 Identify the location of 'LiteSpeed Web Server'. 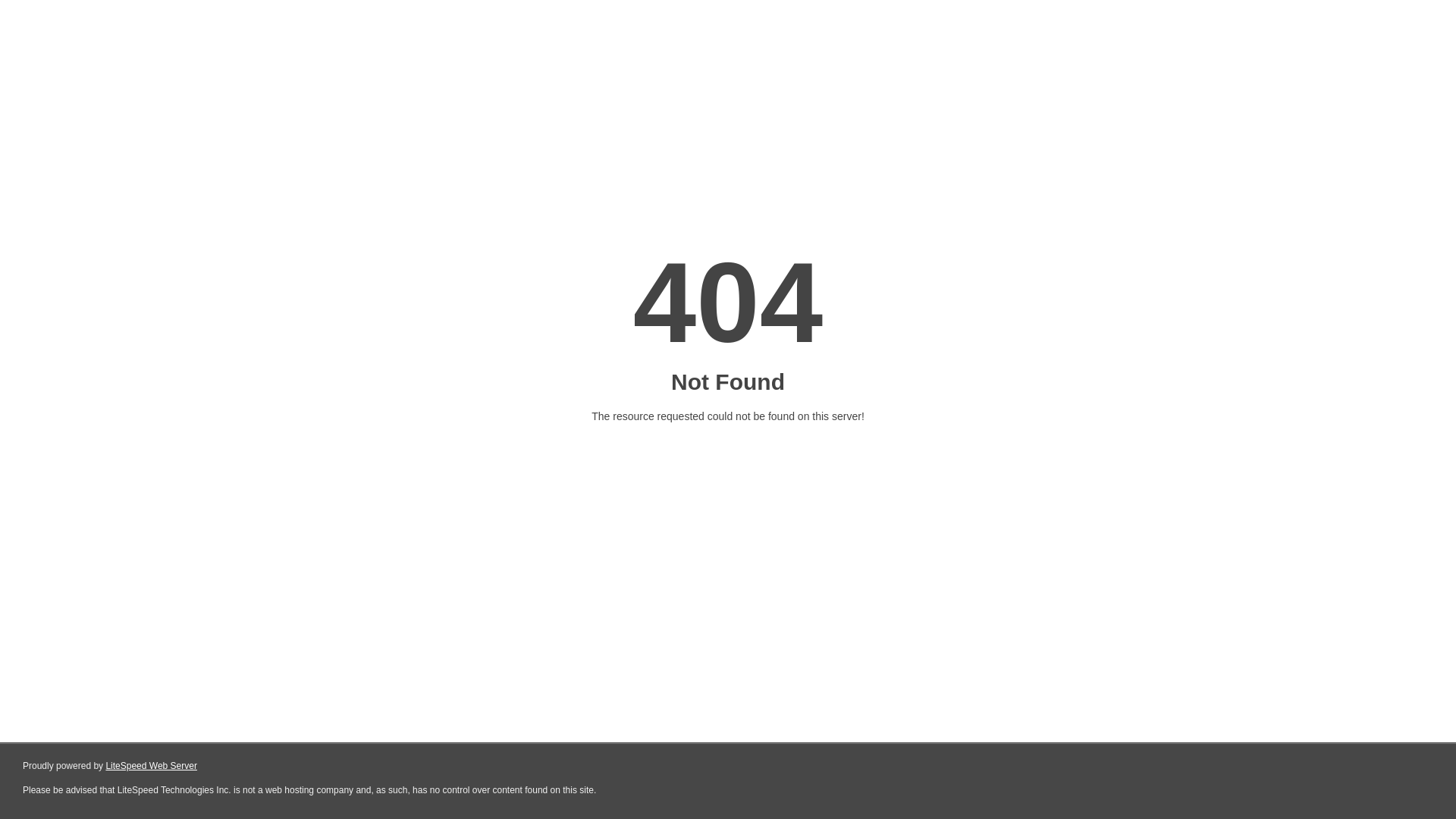
(151, 766).